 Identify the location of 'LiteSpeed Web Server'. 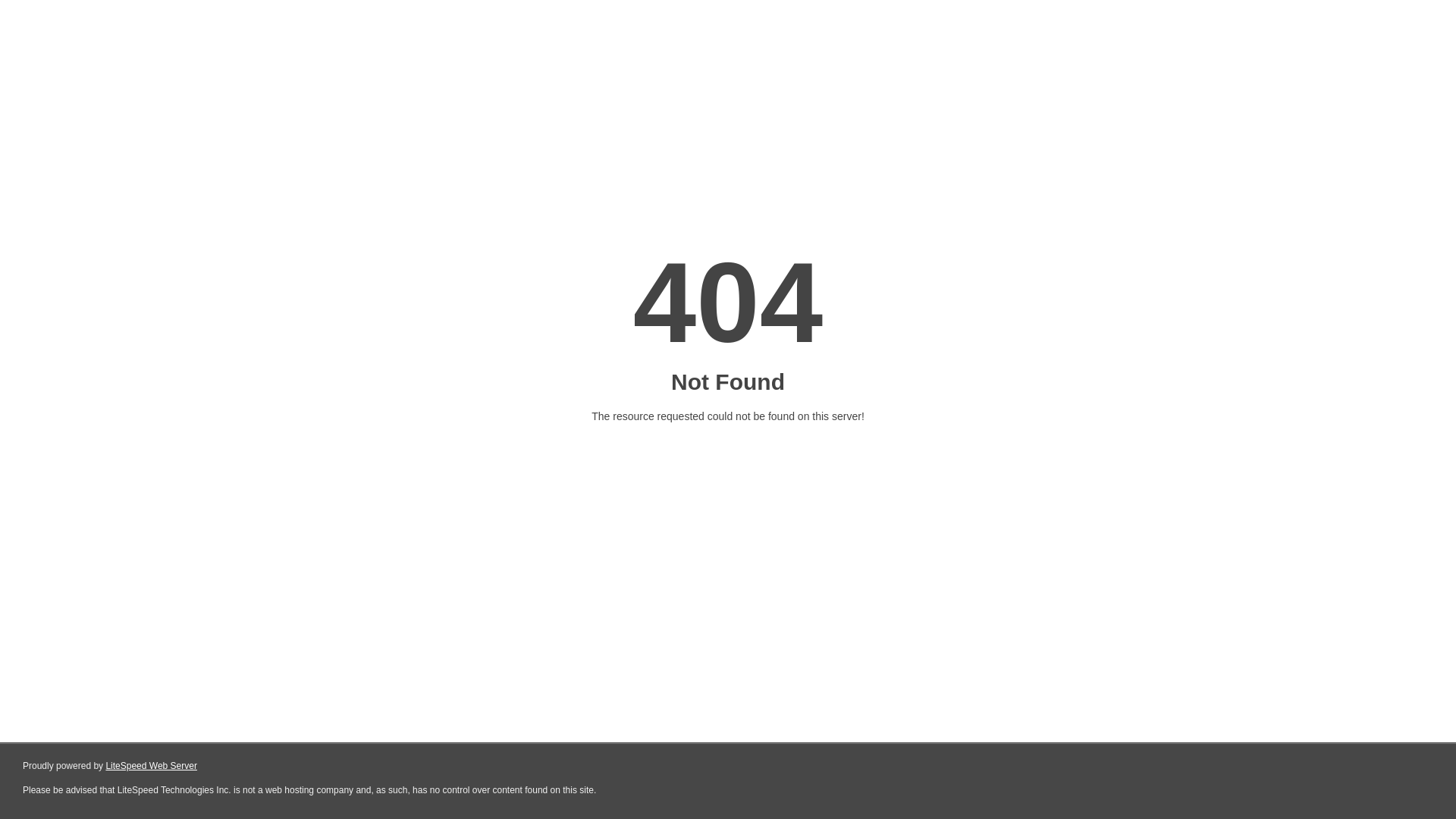
(151, 766).